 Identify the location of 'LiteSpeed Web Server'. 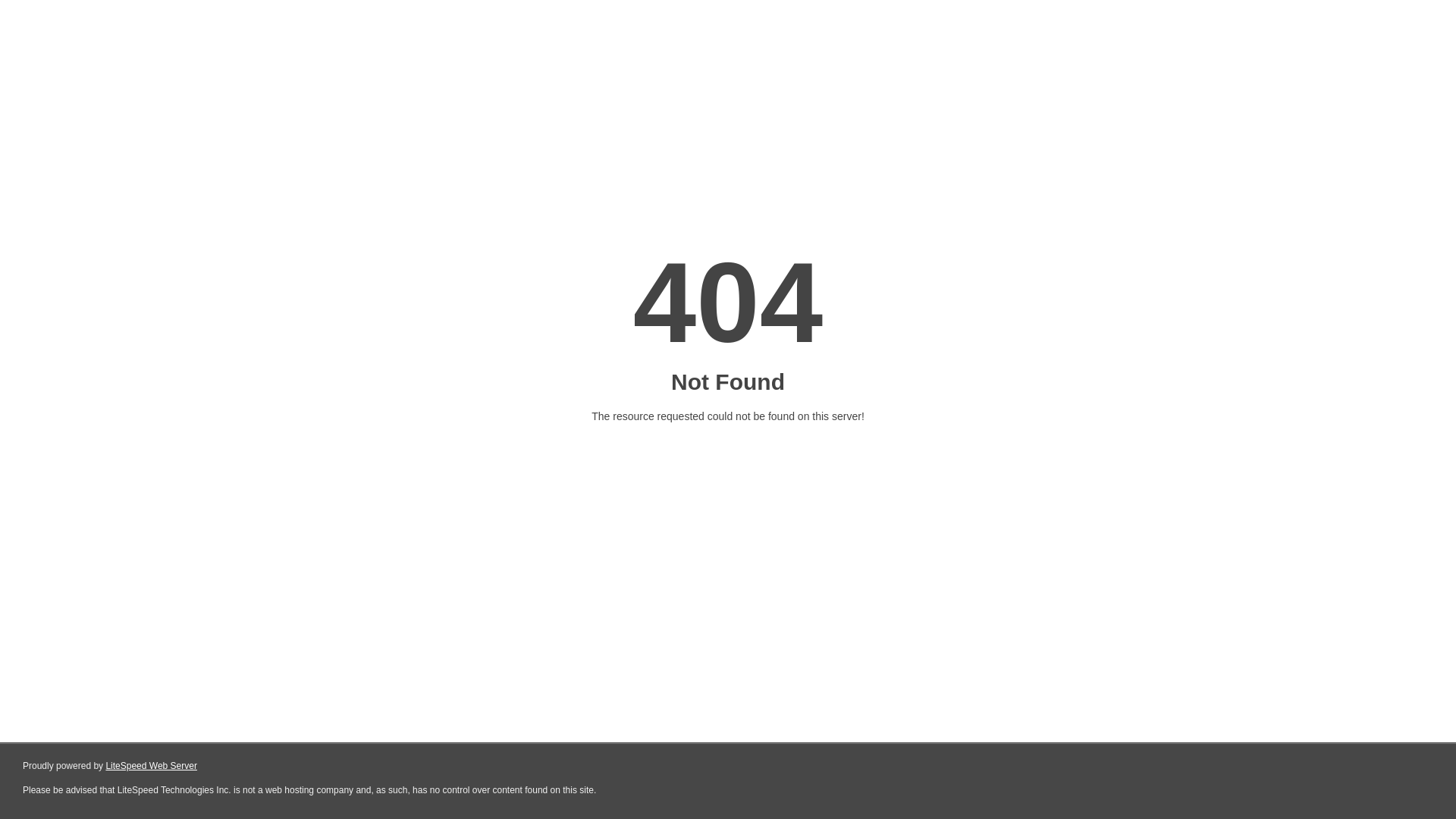
(151, 766).